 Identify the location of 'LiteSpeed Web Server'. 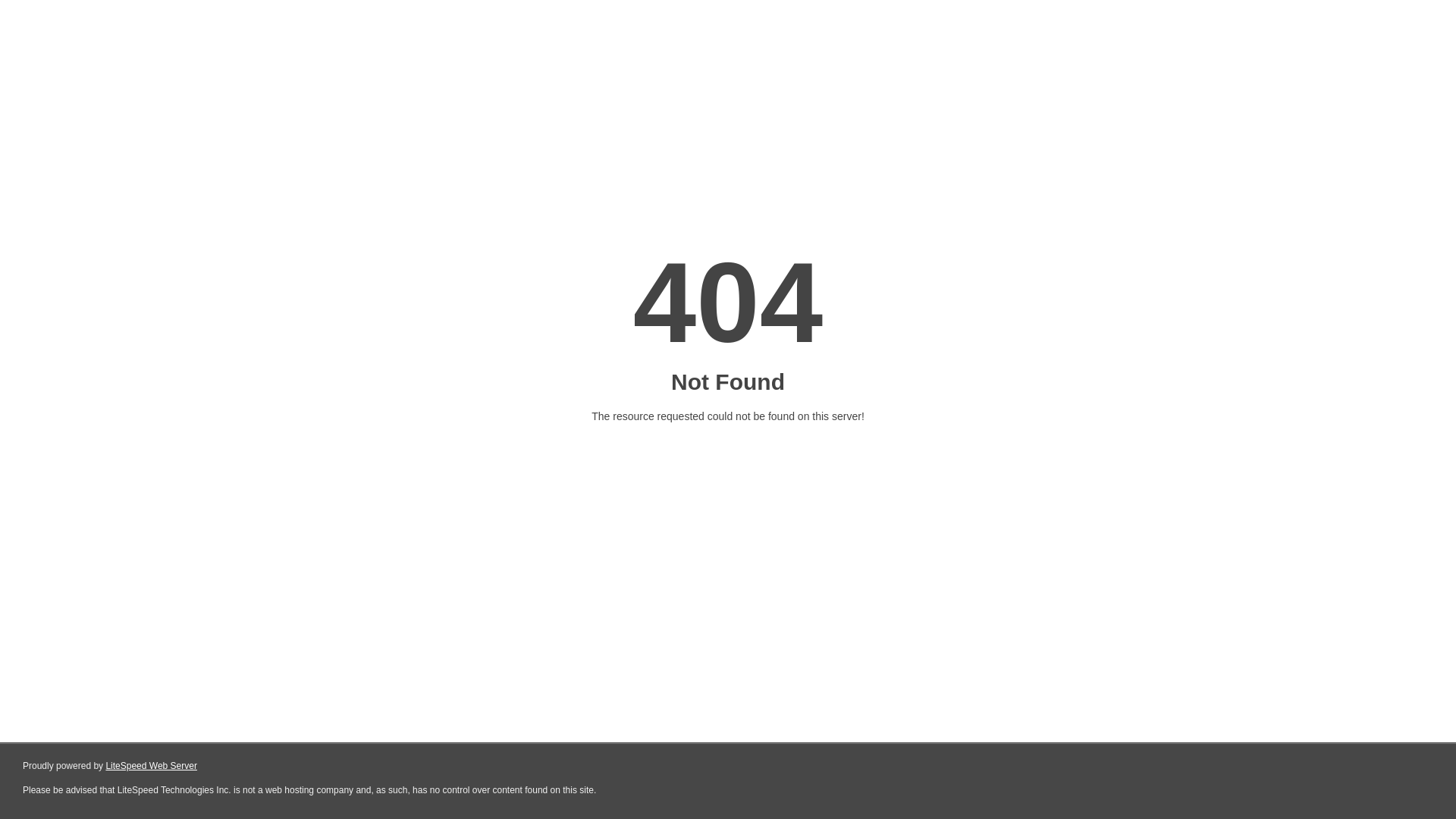
(151, 766).